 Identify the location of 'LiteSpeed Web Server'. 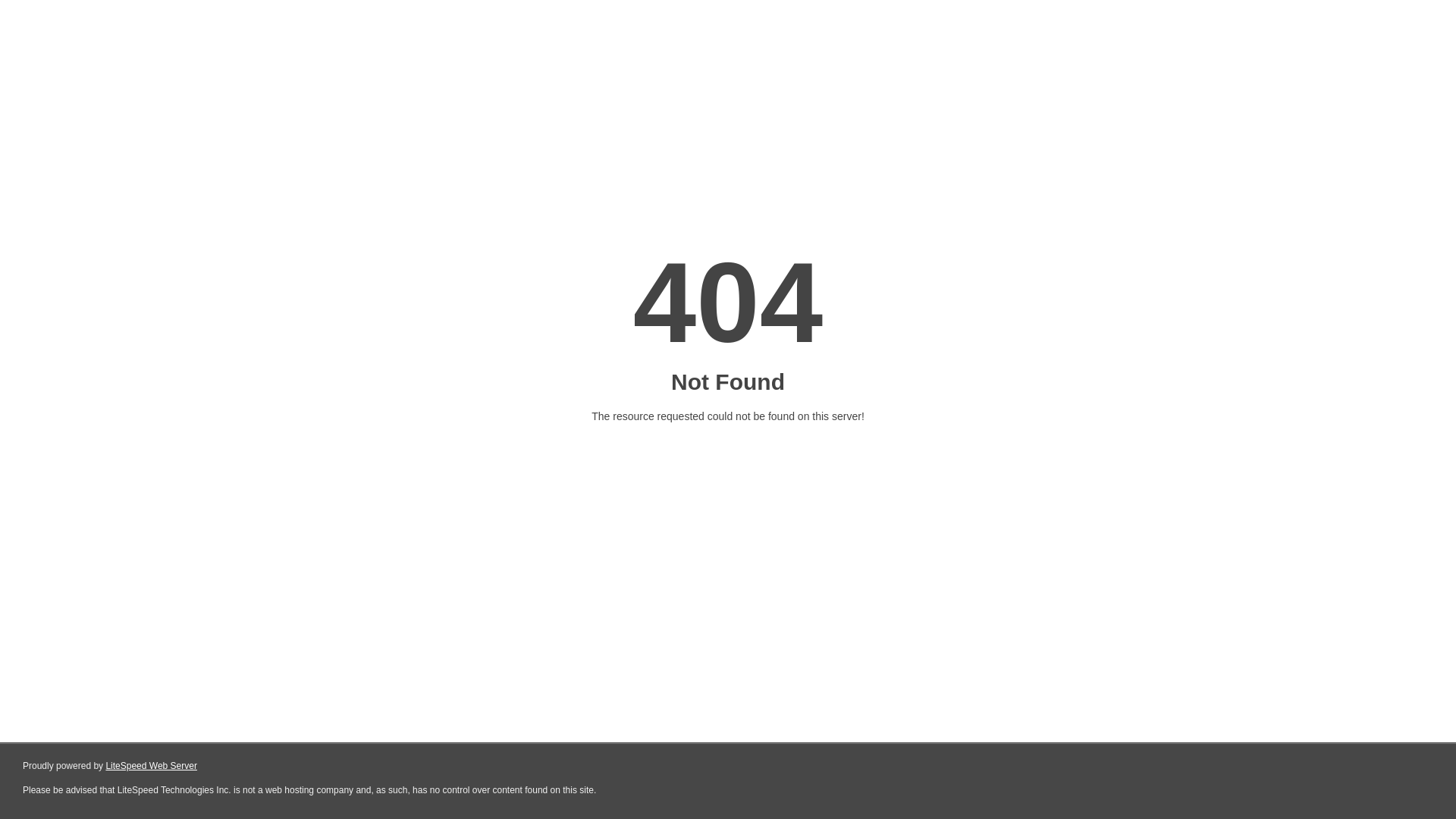
(151, 766).